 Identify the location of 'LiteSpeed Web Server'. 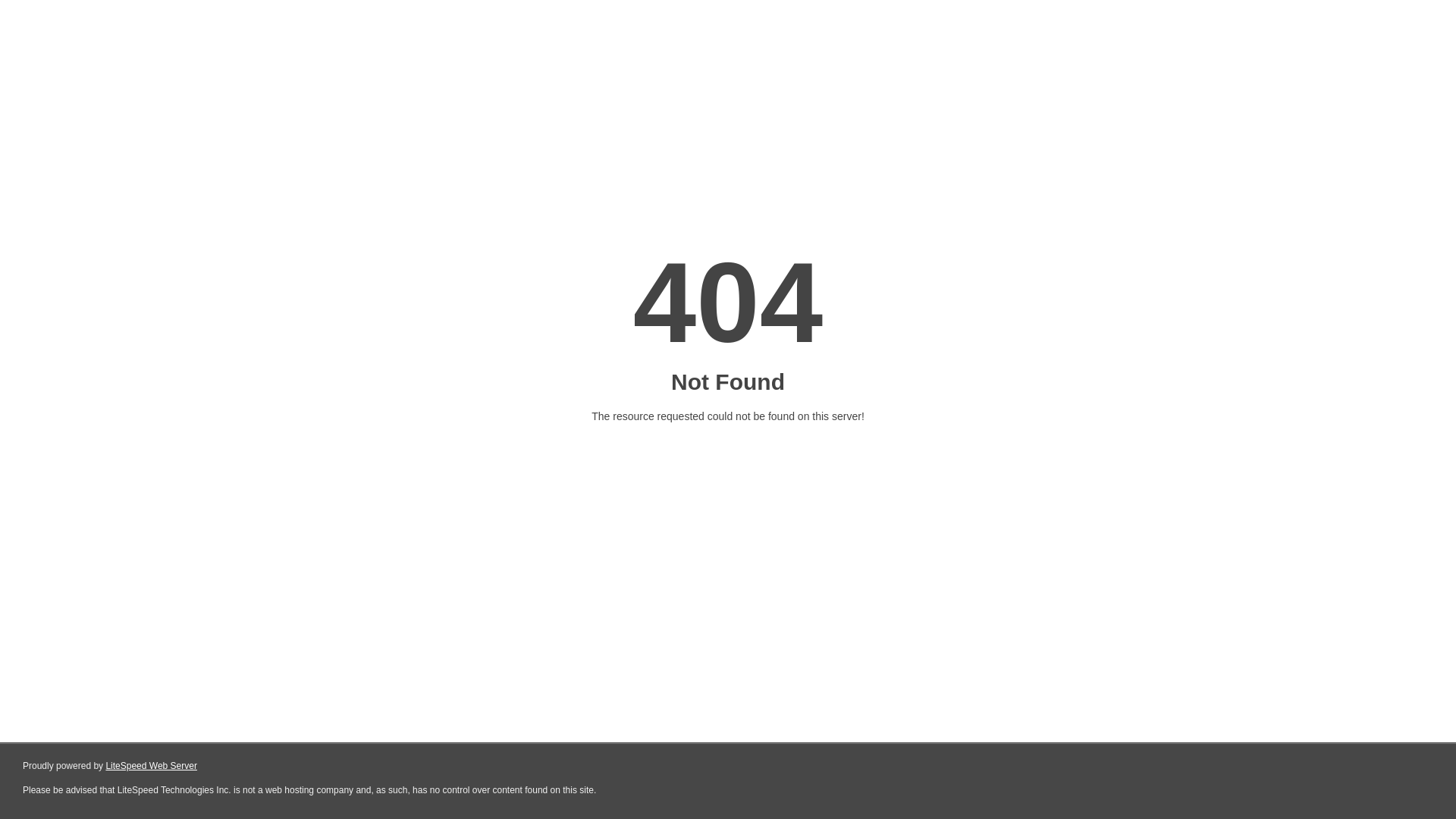
(151, 766).